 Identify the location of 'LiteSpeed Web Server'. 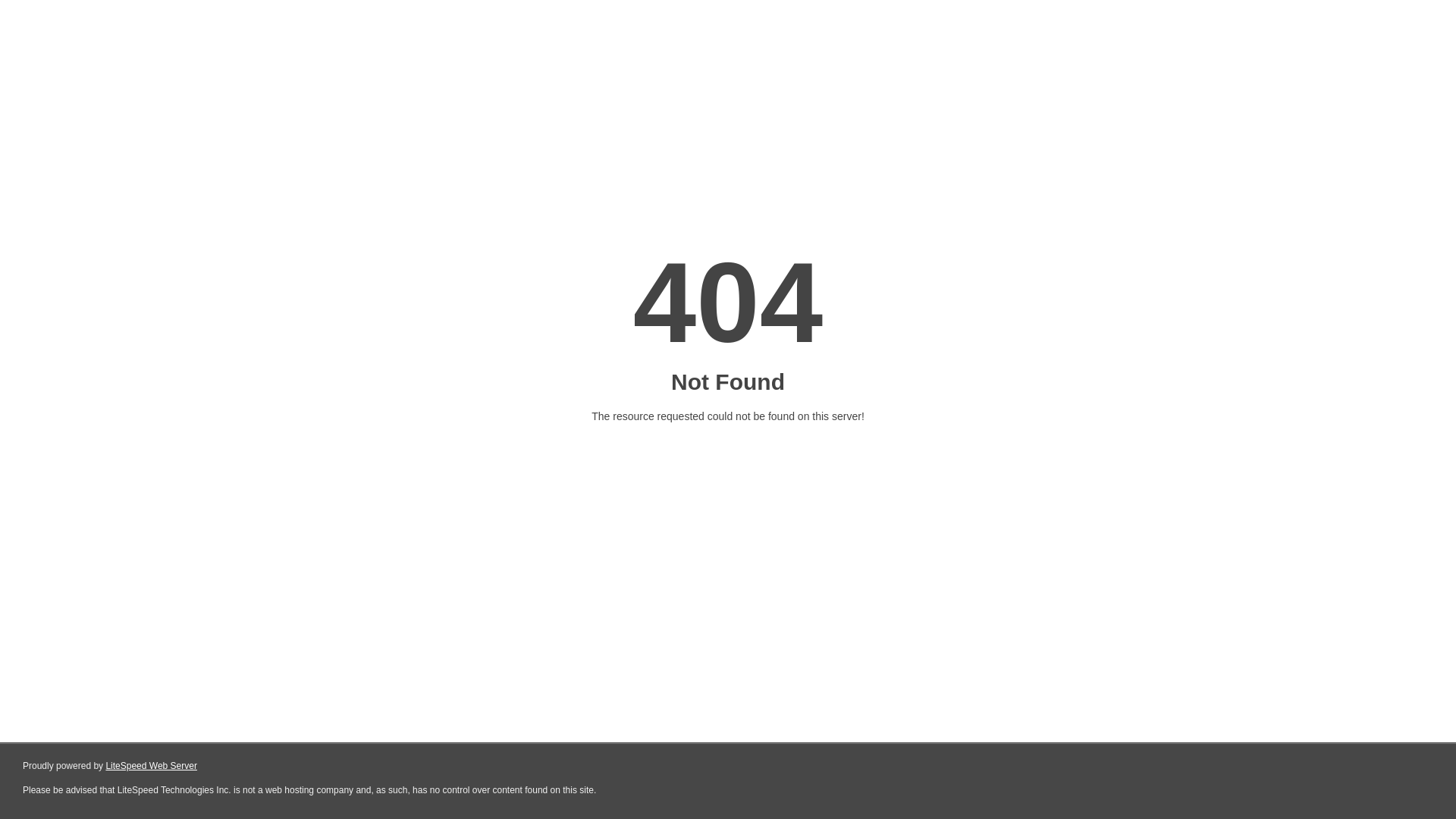
(151, 766).